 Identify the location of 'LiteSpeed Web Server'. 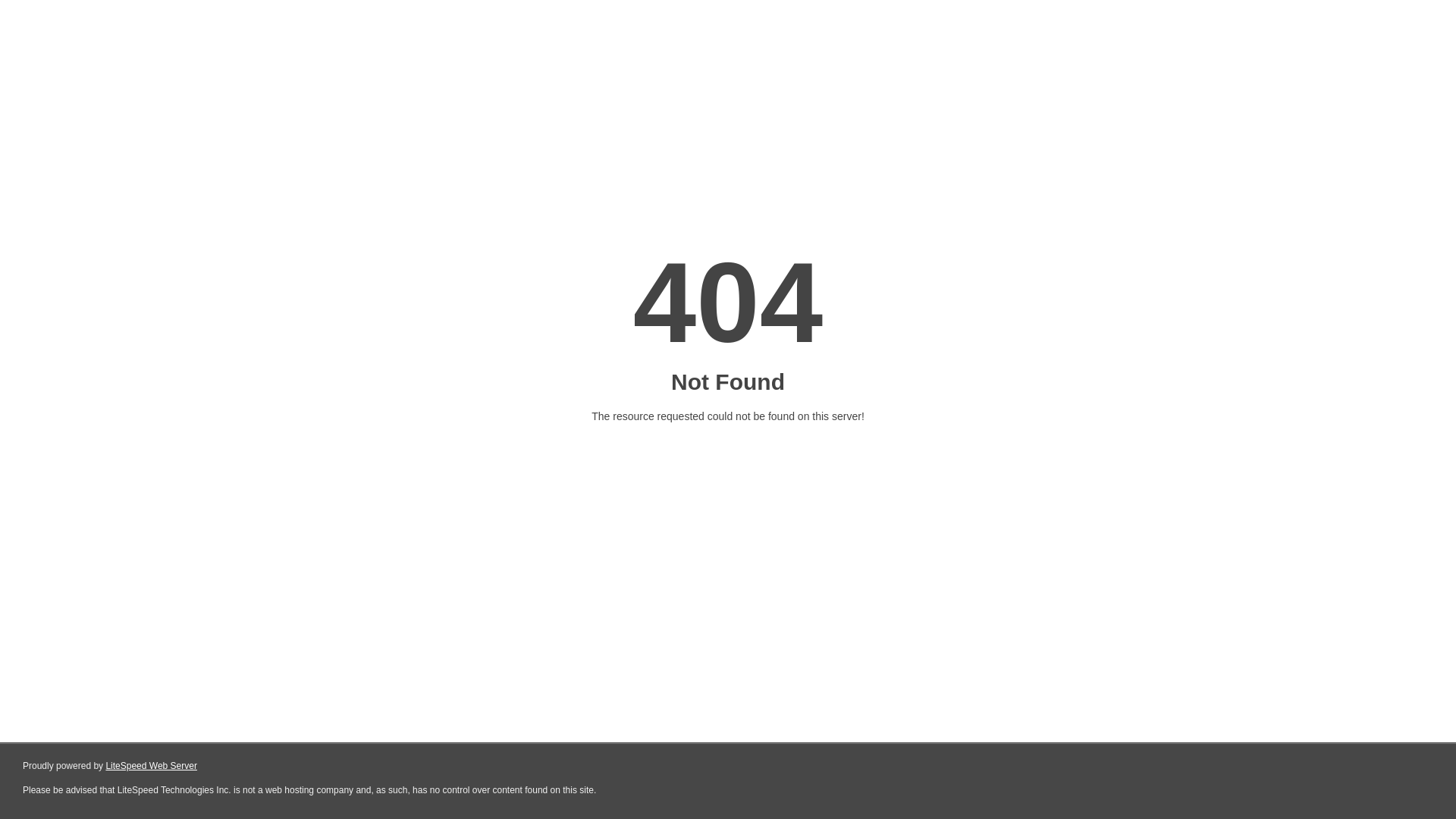
(151, 766).